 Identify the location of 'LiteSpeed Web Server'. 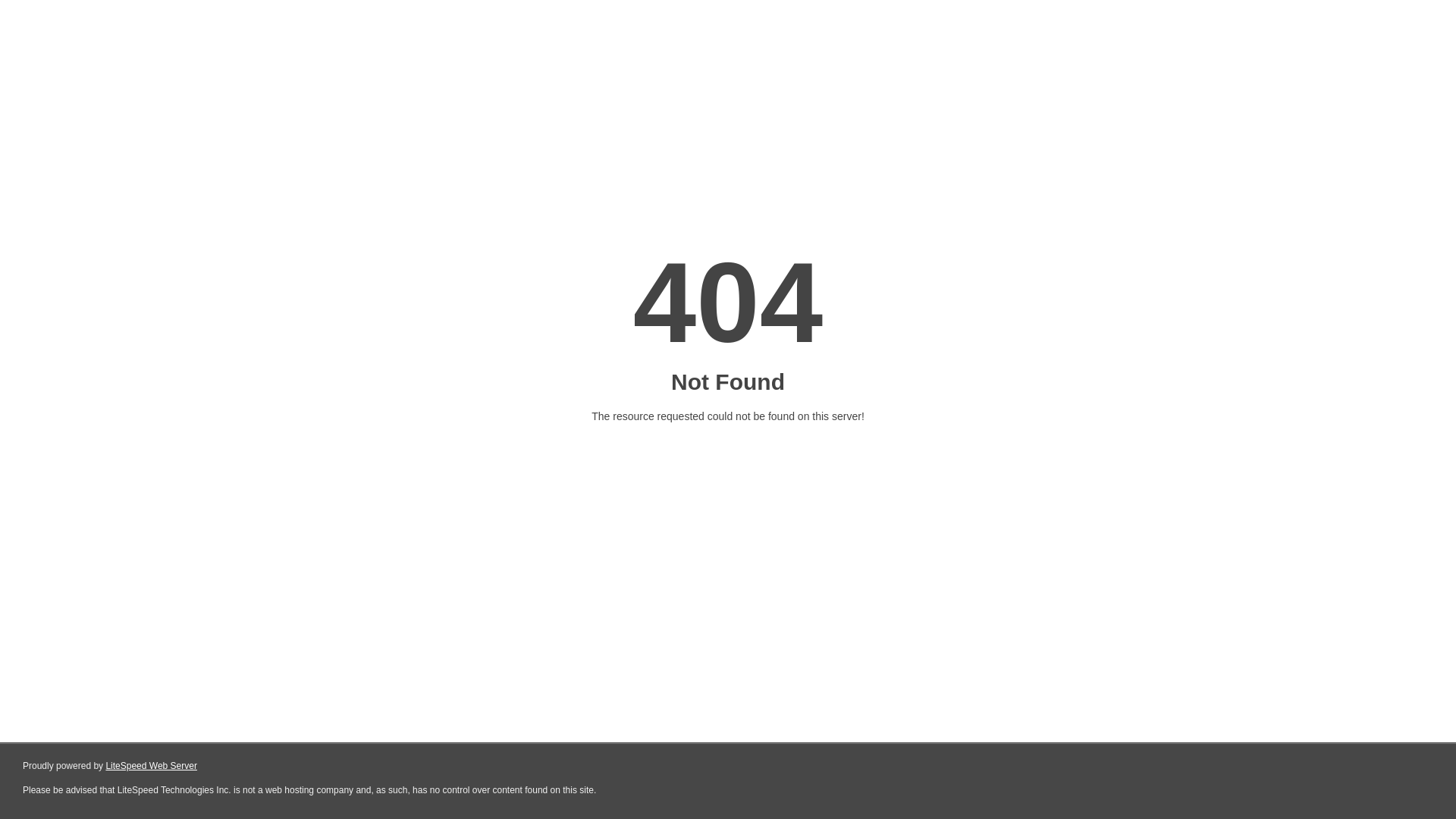
(151, 766).